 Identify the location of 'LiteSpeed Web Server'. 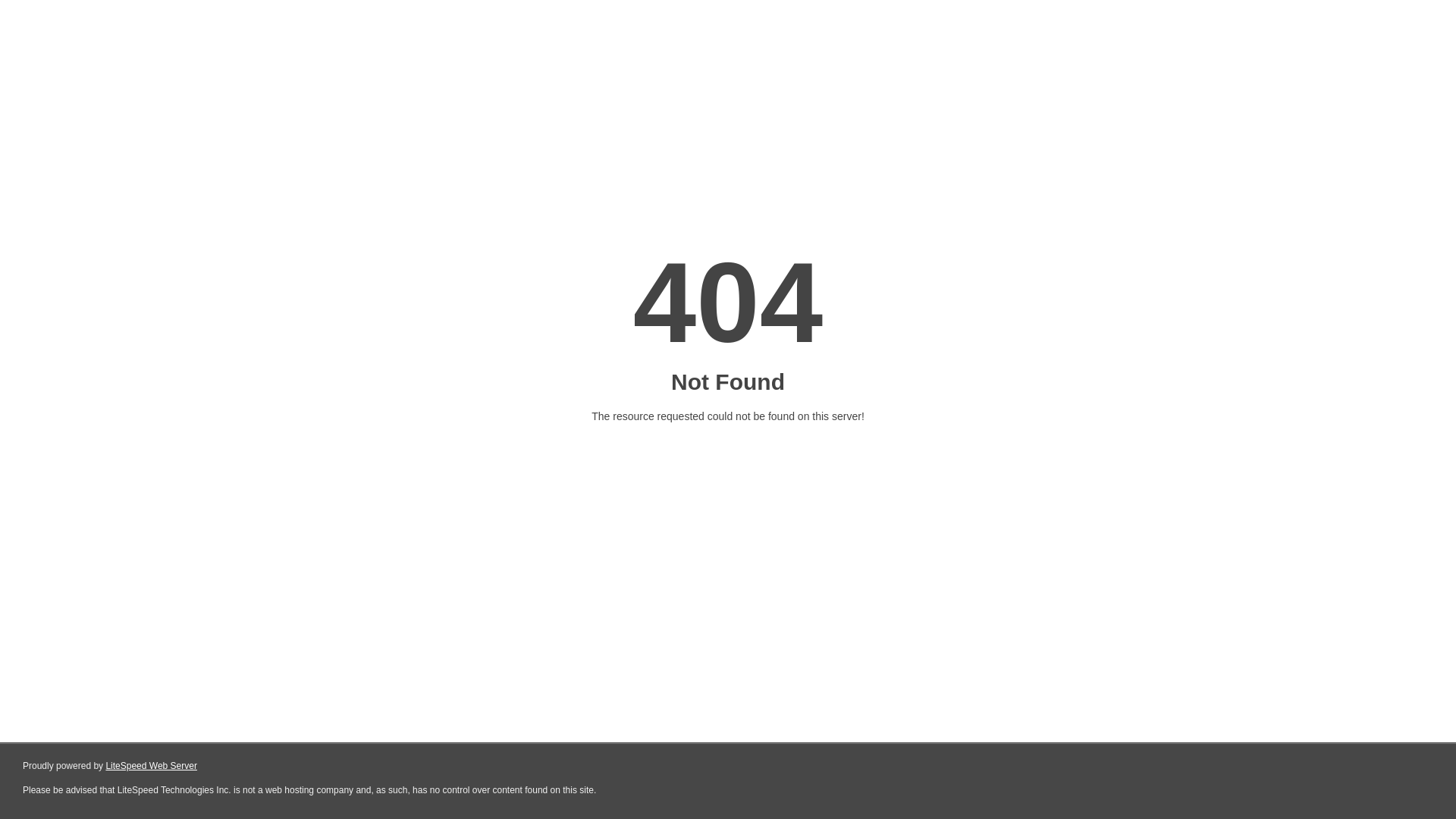
(151, 766).